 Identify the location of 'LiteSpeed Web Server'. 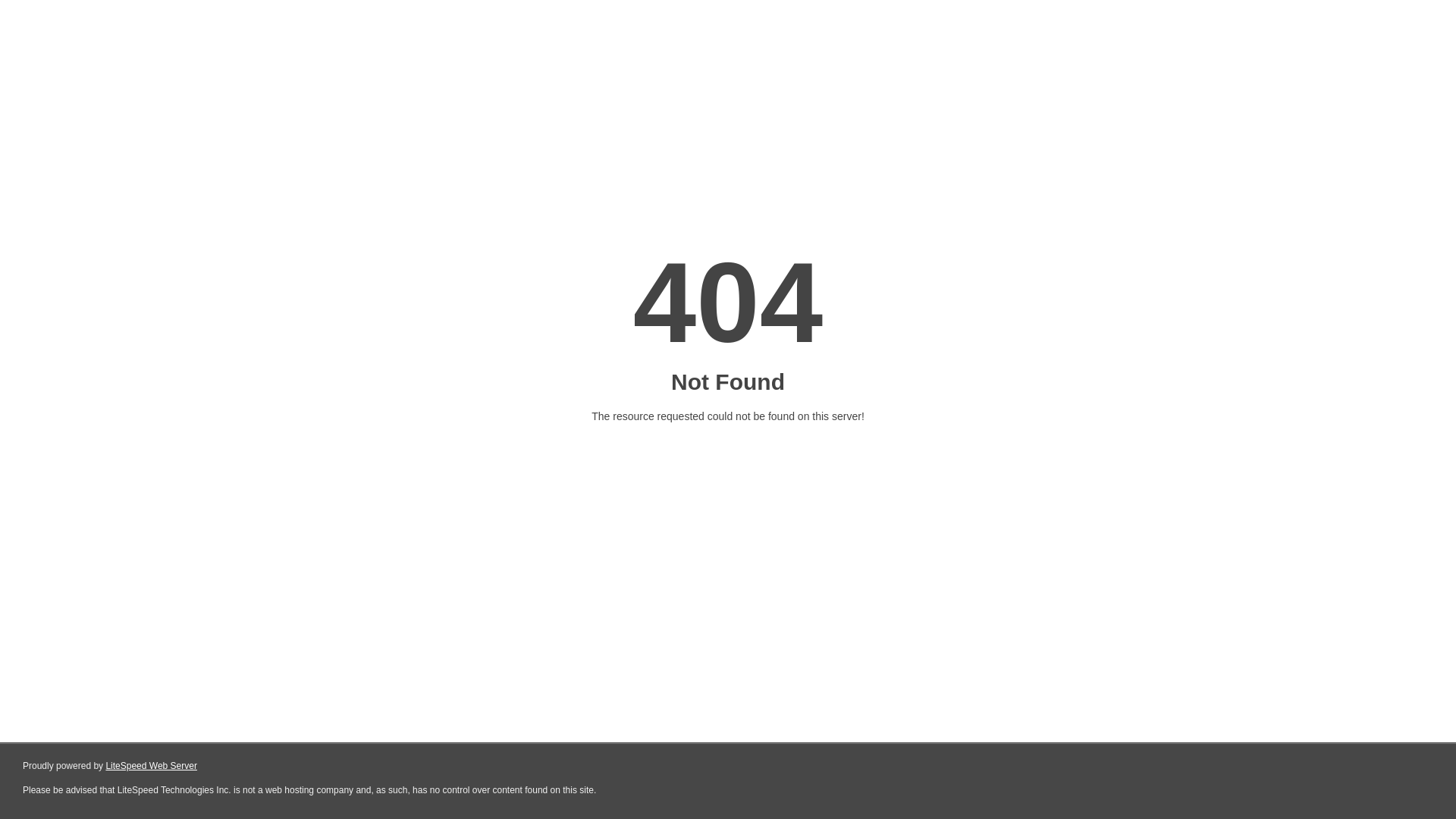
(151, 766).